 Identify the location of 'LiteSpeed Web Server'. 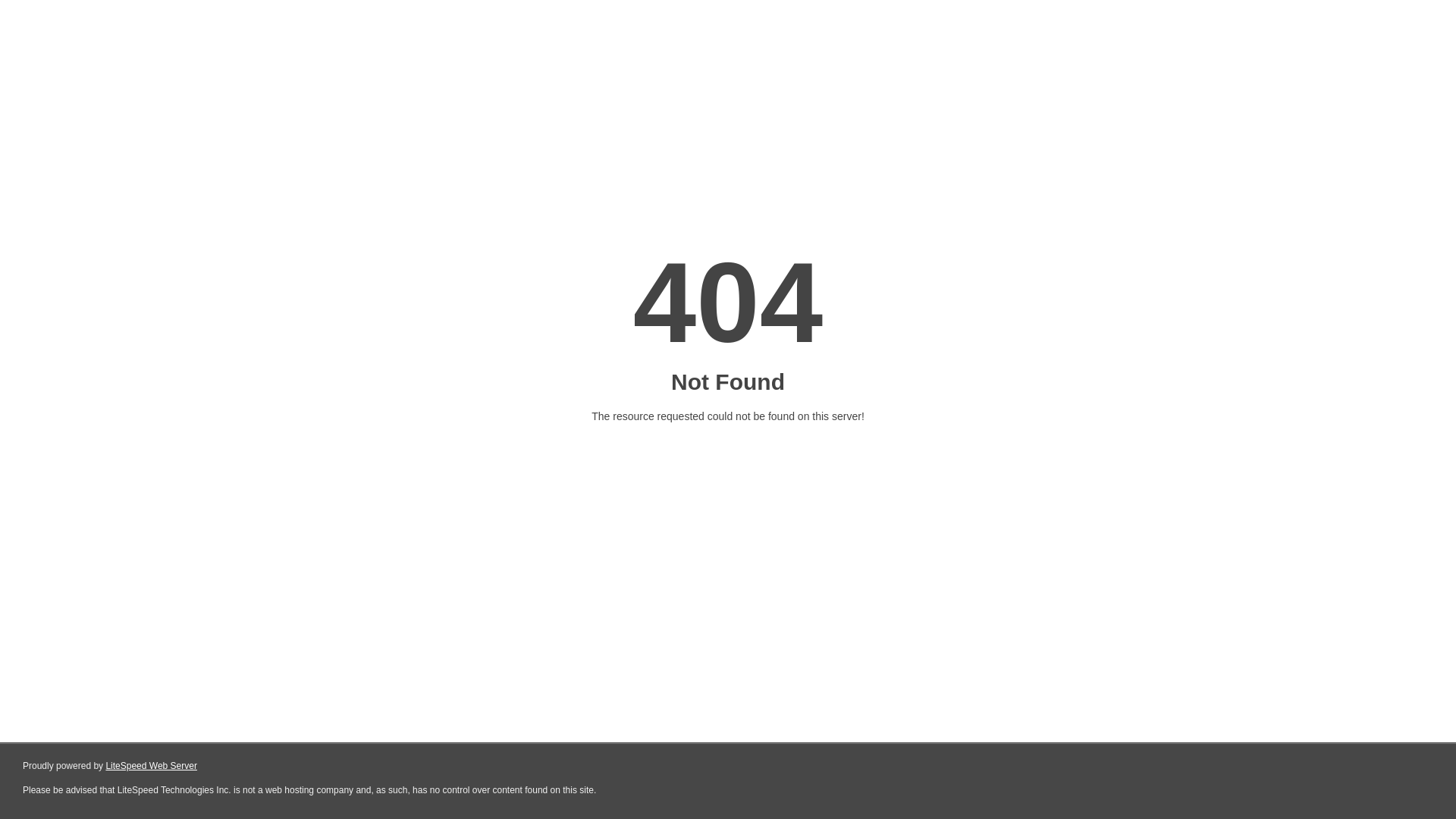
(151, 766).